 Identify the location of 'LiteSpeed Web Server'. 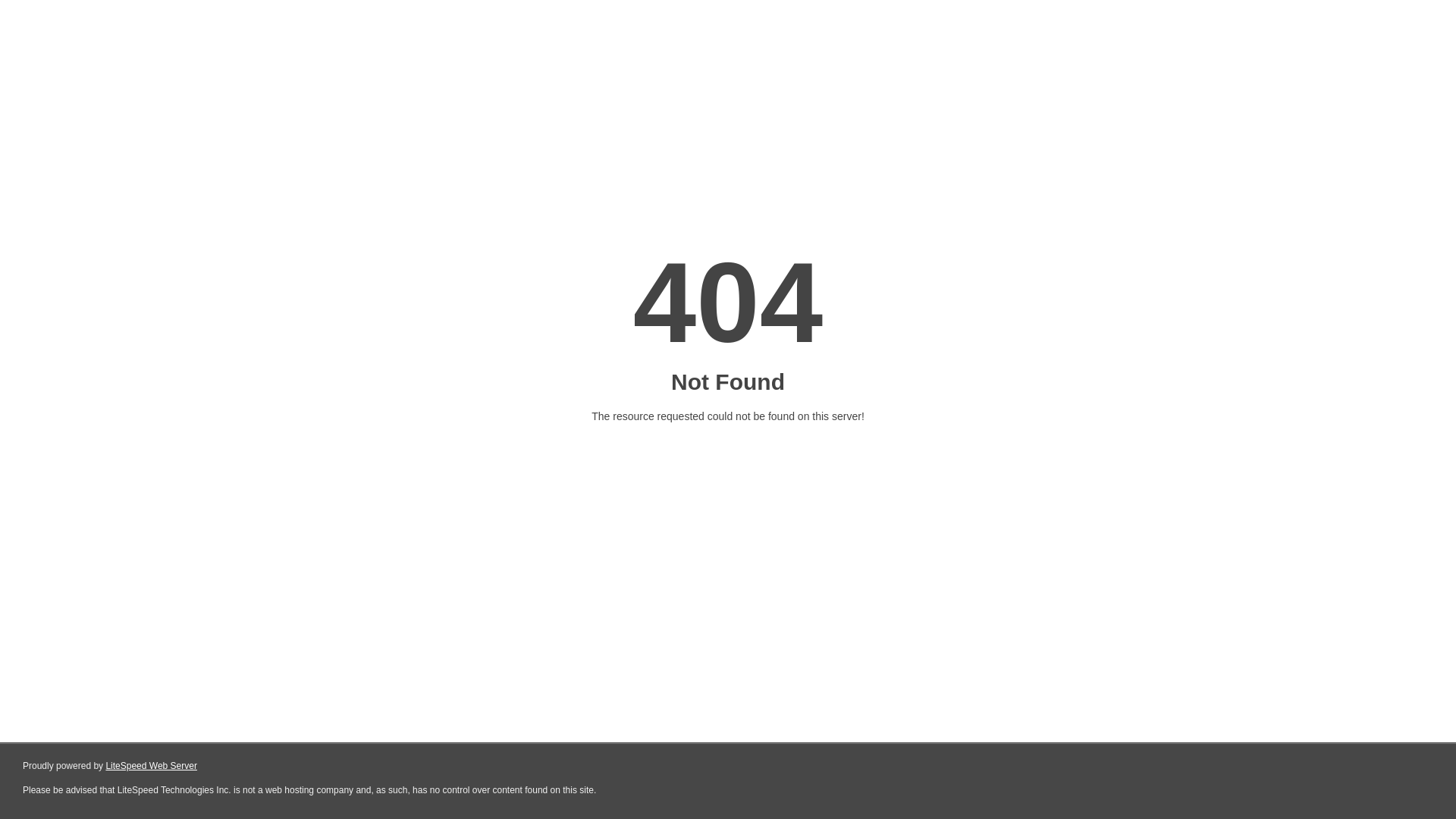
(151, 766).